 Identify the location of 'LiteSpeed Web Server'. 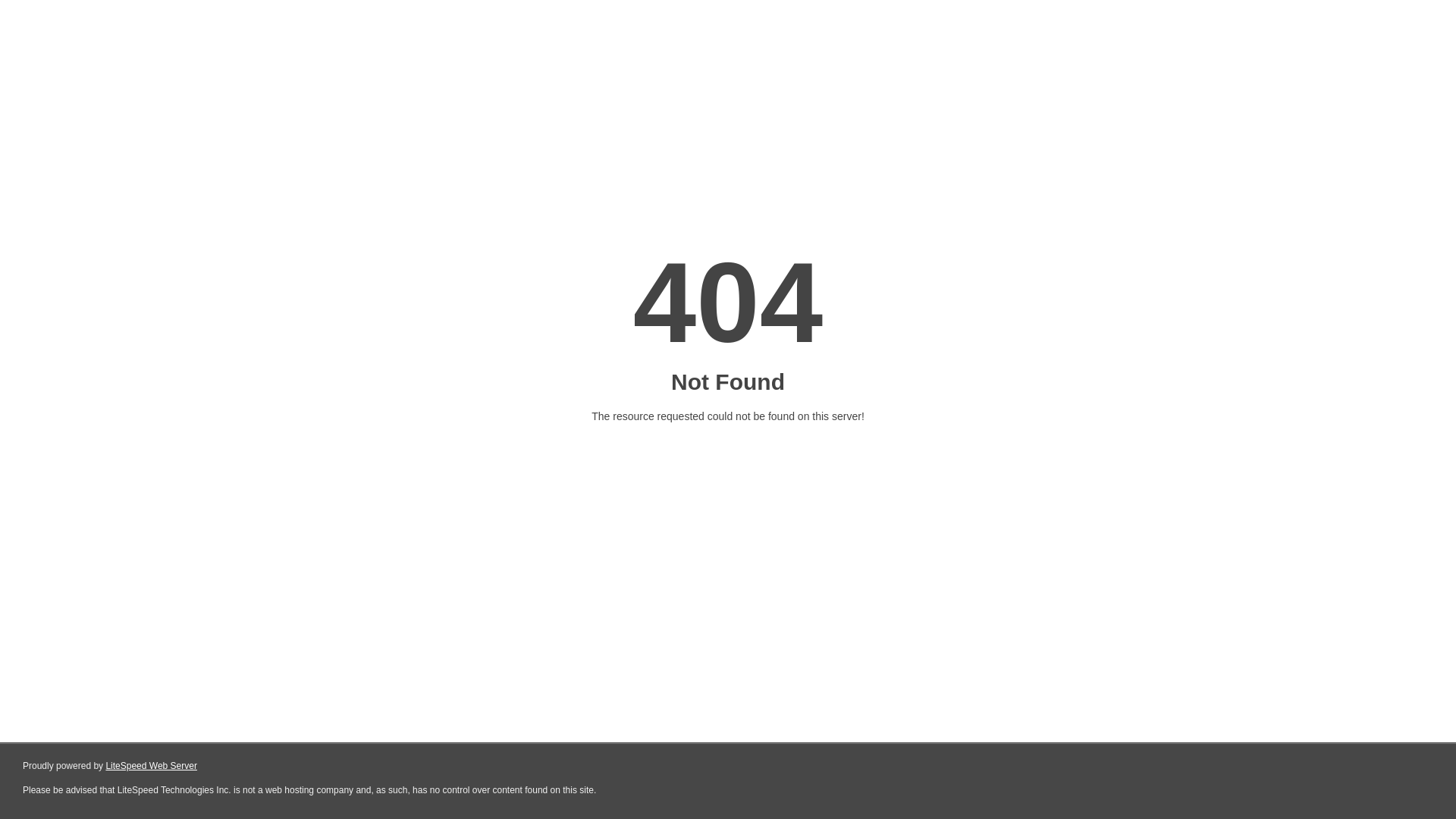
(151, 766).